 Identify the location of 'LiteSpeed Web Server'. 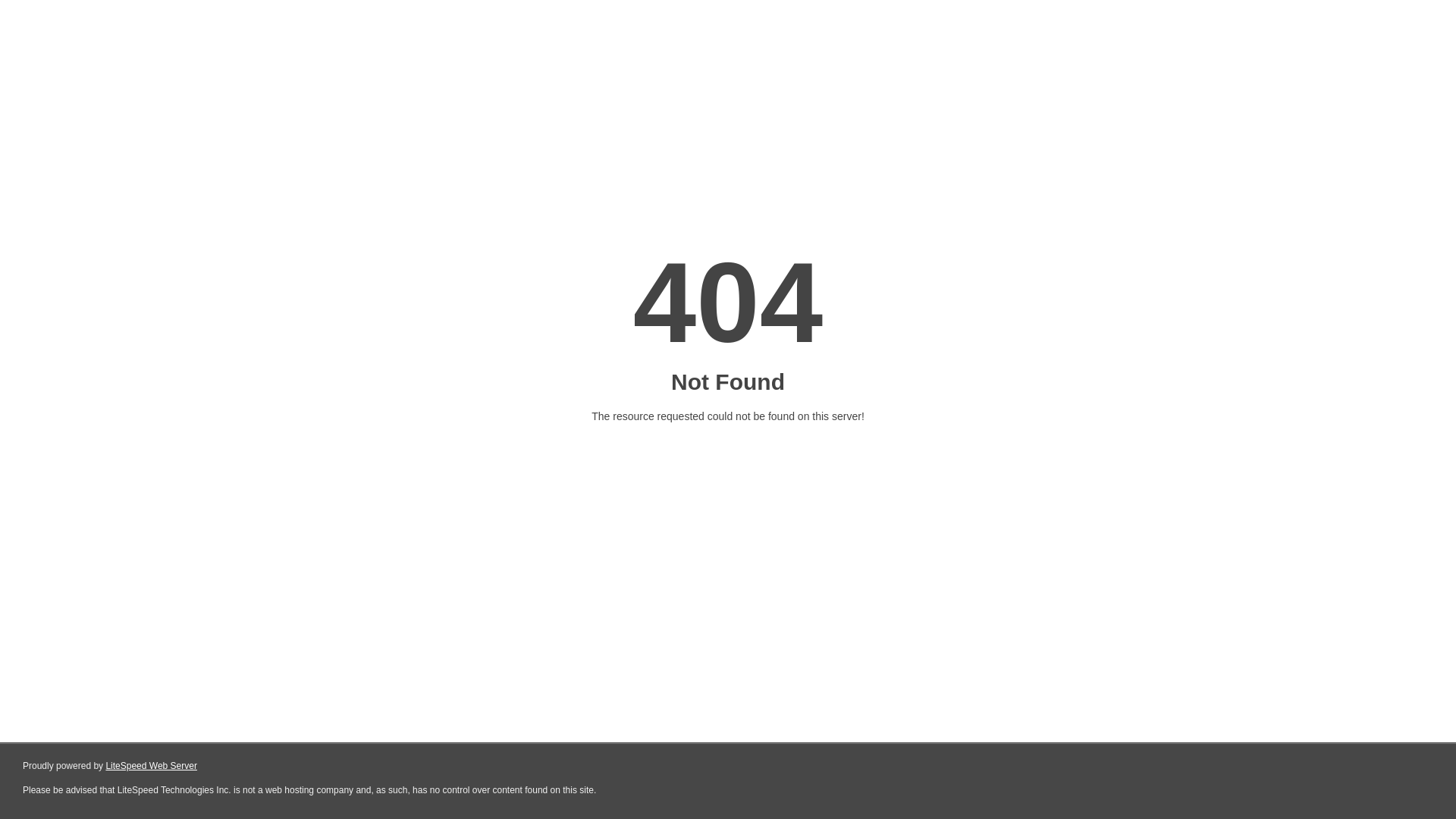
(151, 766).